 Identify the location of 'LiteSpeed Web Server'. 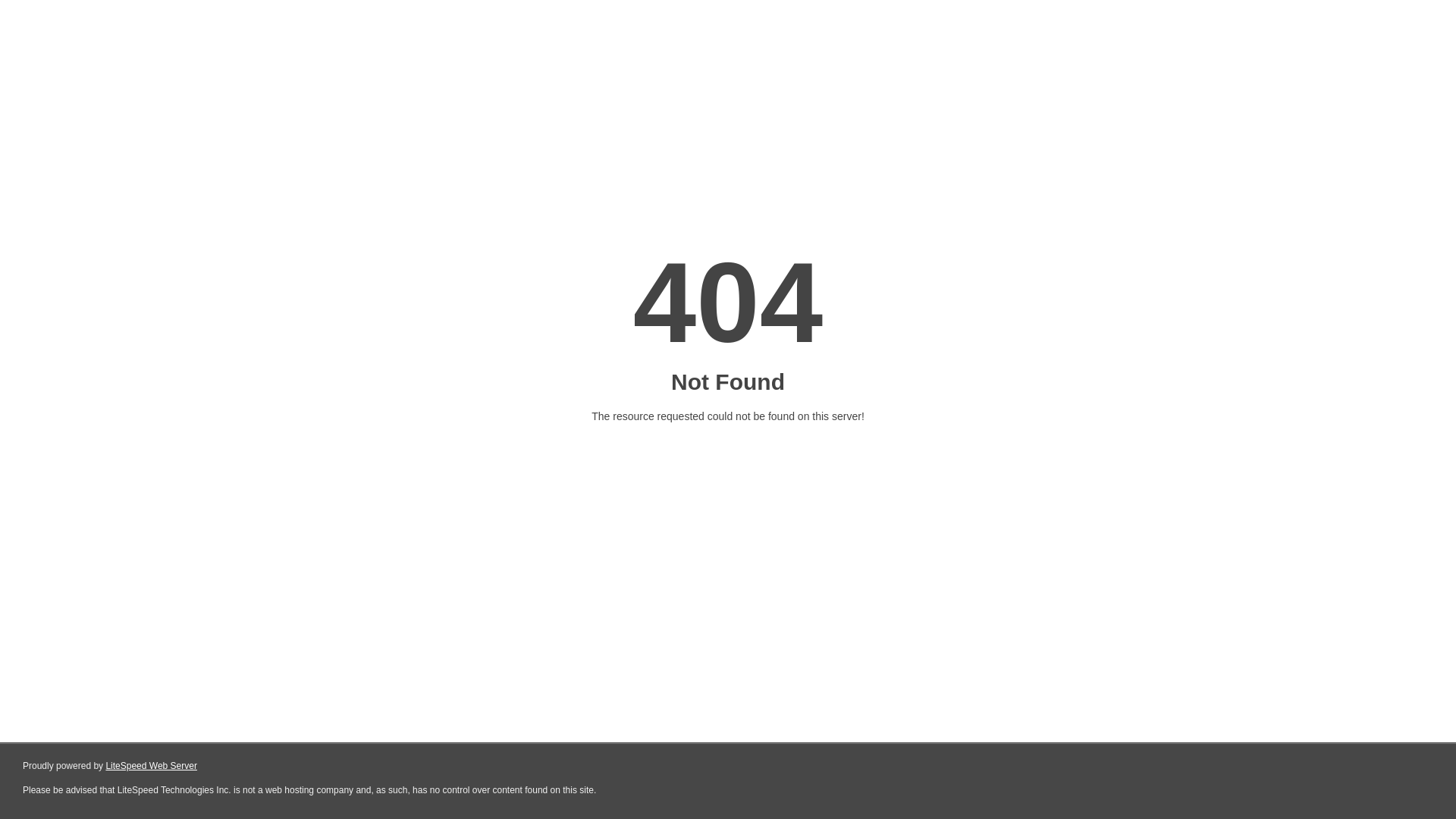
(151, 766).